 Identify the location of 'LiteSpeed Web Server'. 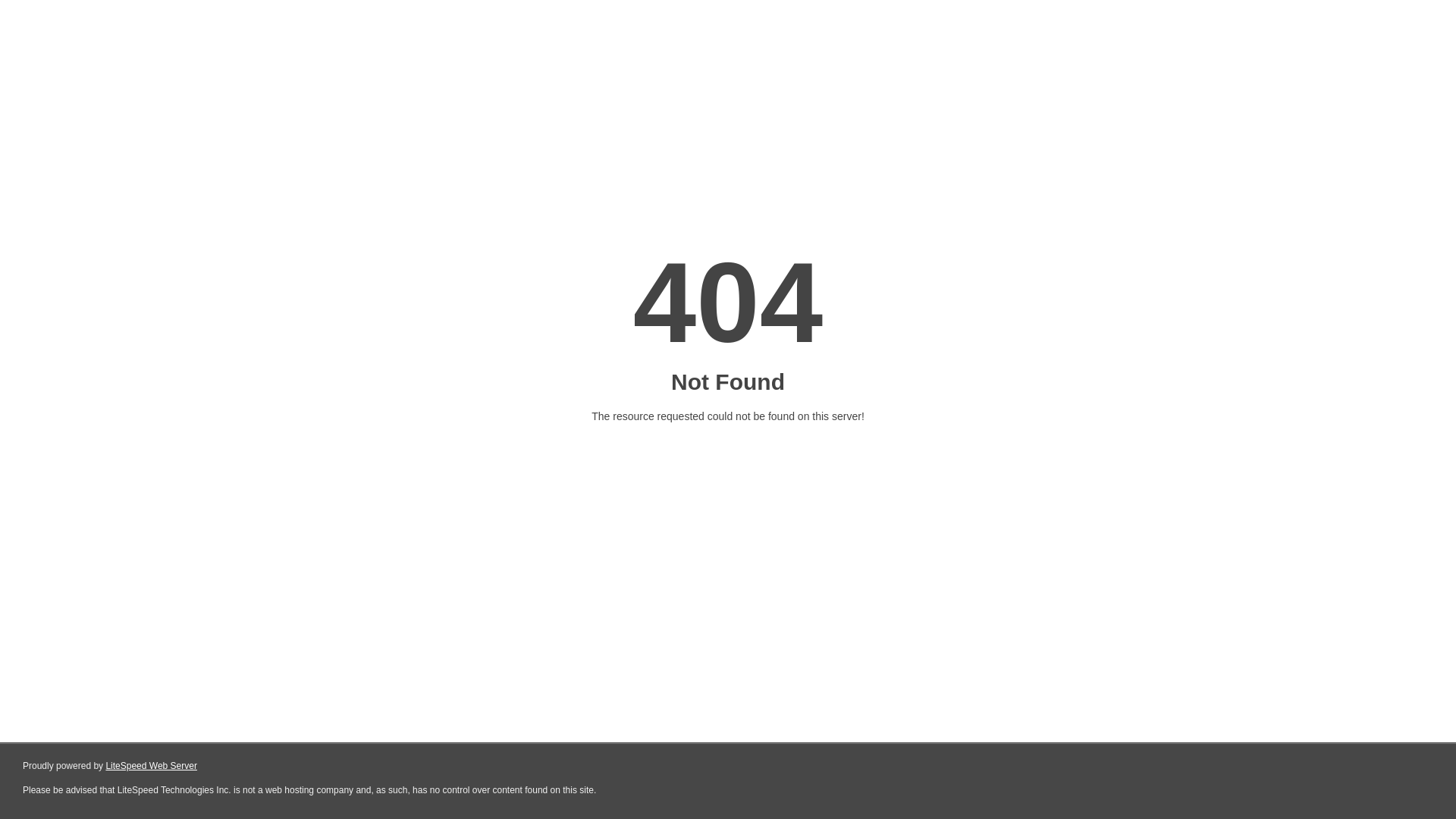
(151, 766).